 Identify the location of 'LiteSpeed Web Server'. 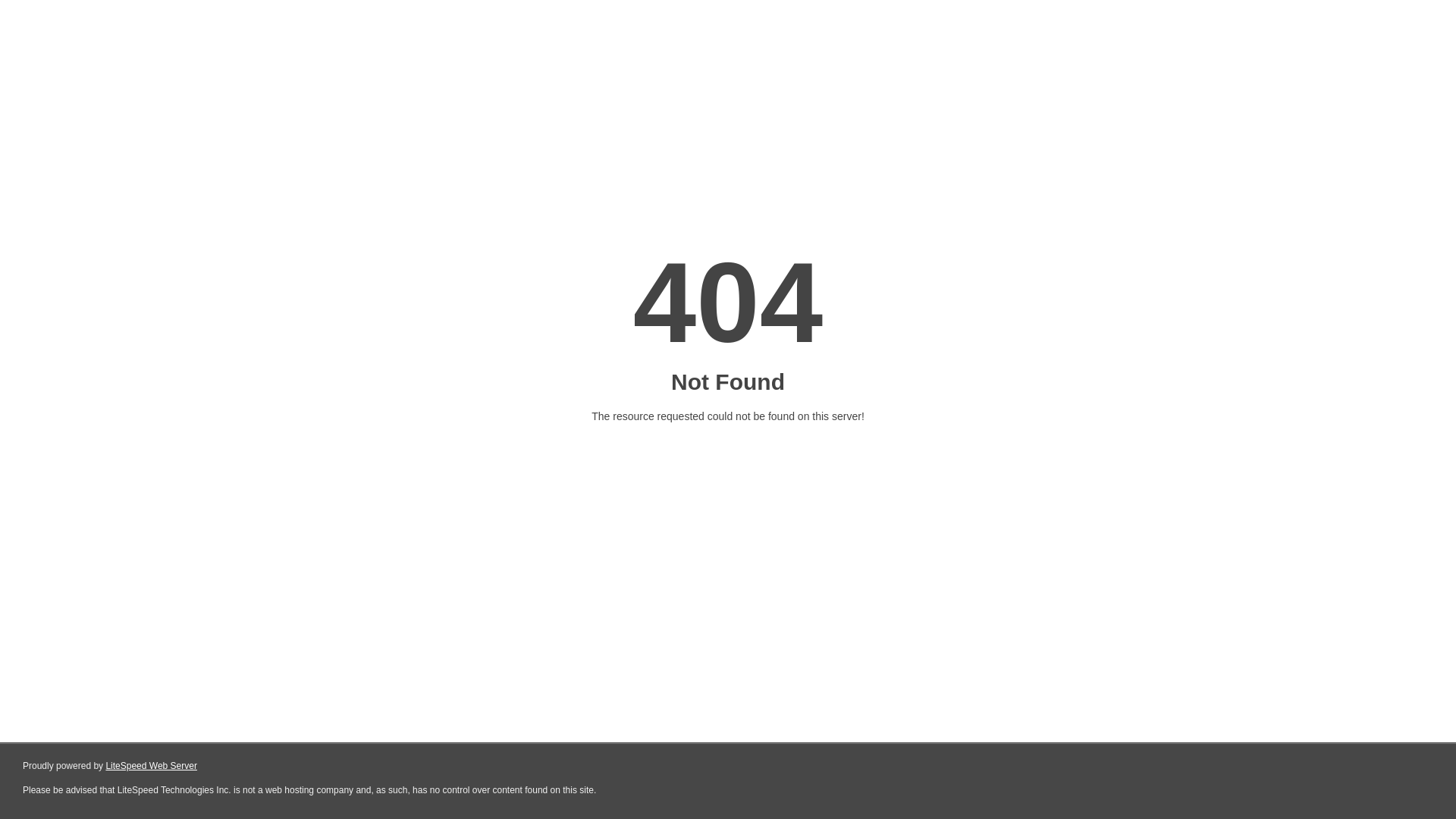
(151, 766).